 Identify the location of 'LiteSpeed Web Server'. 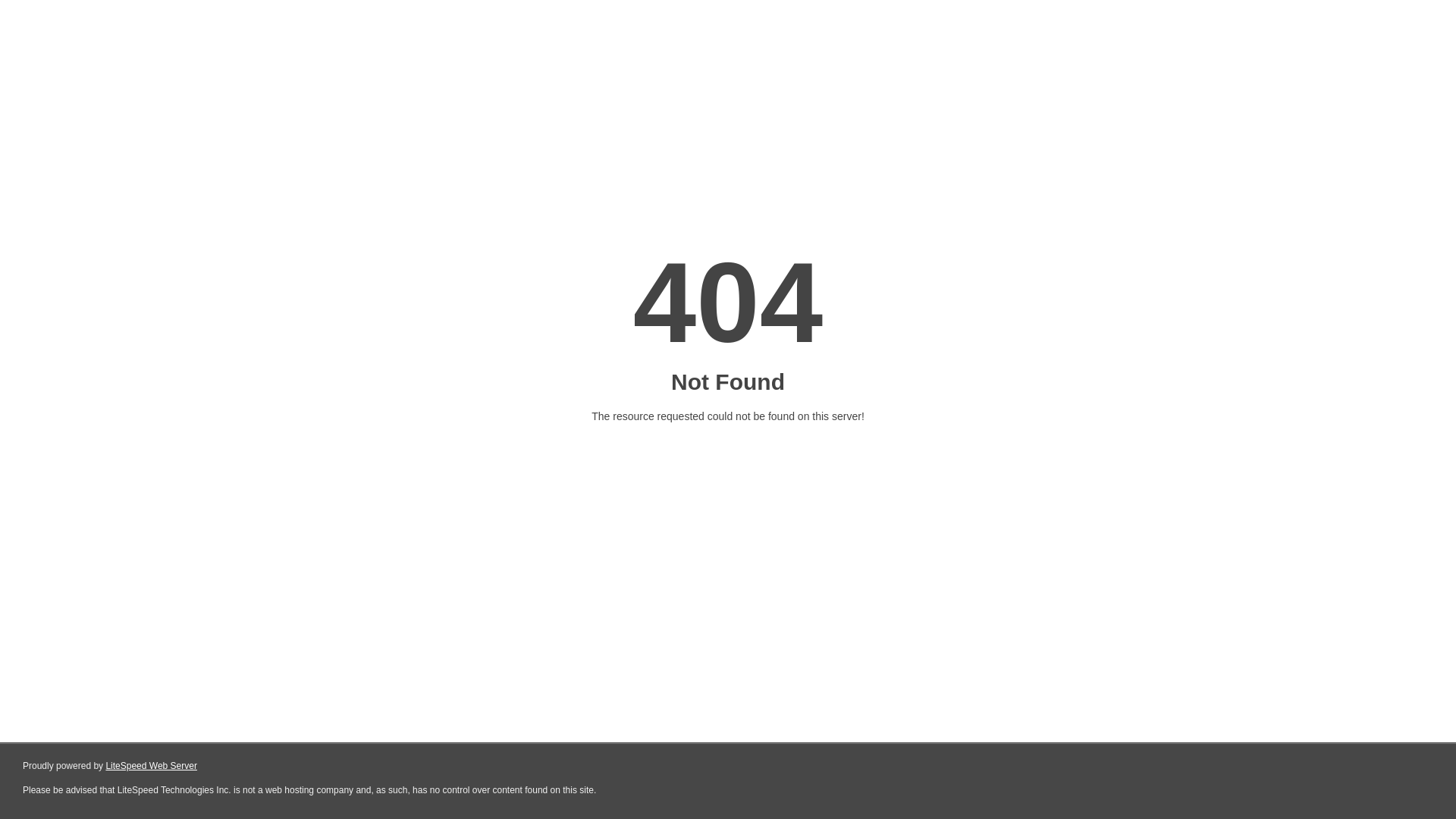
(151, 766).